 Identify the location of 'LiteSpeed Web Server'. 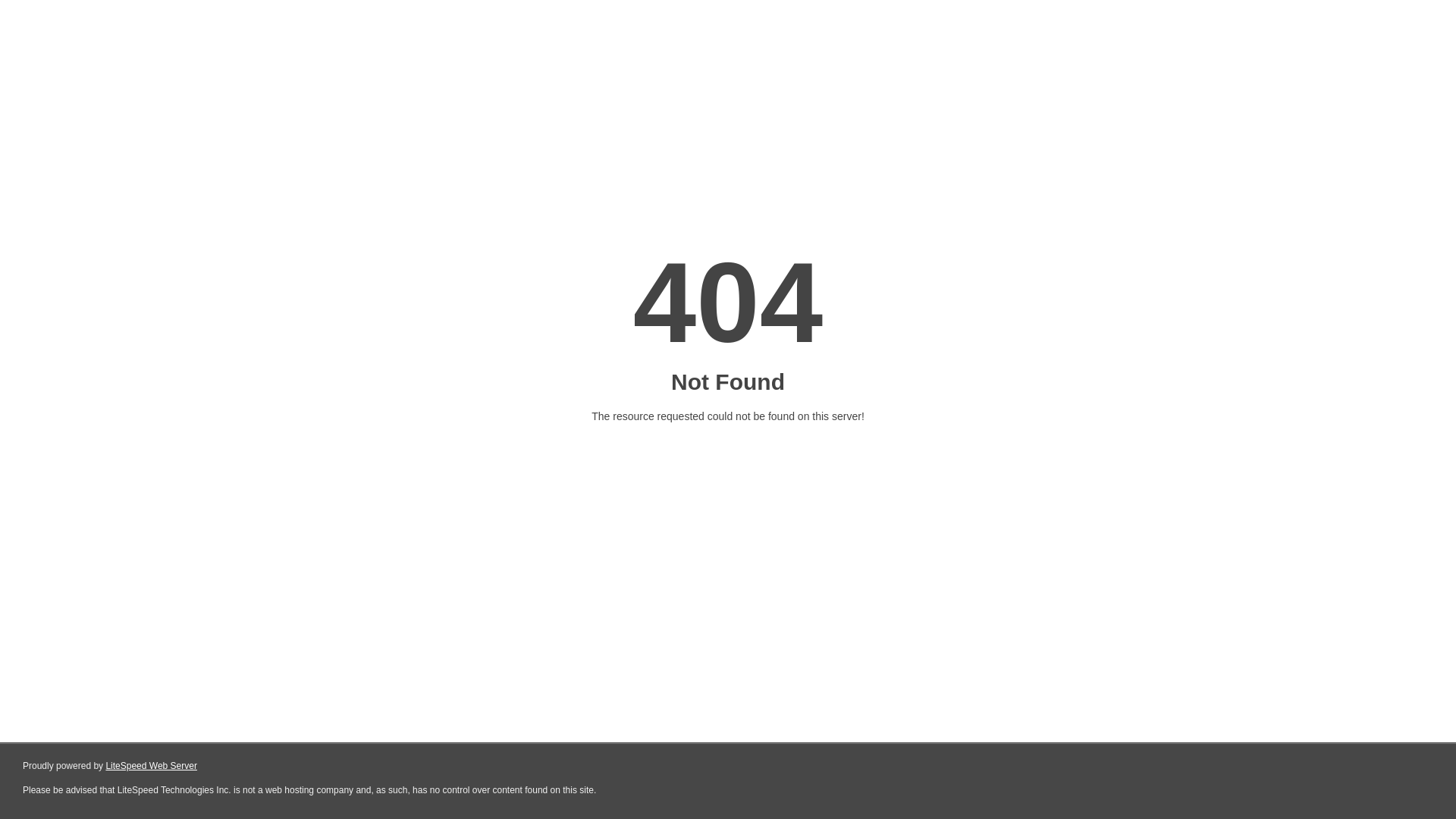
(151, 766).